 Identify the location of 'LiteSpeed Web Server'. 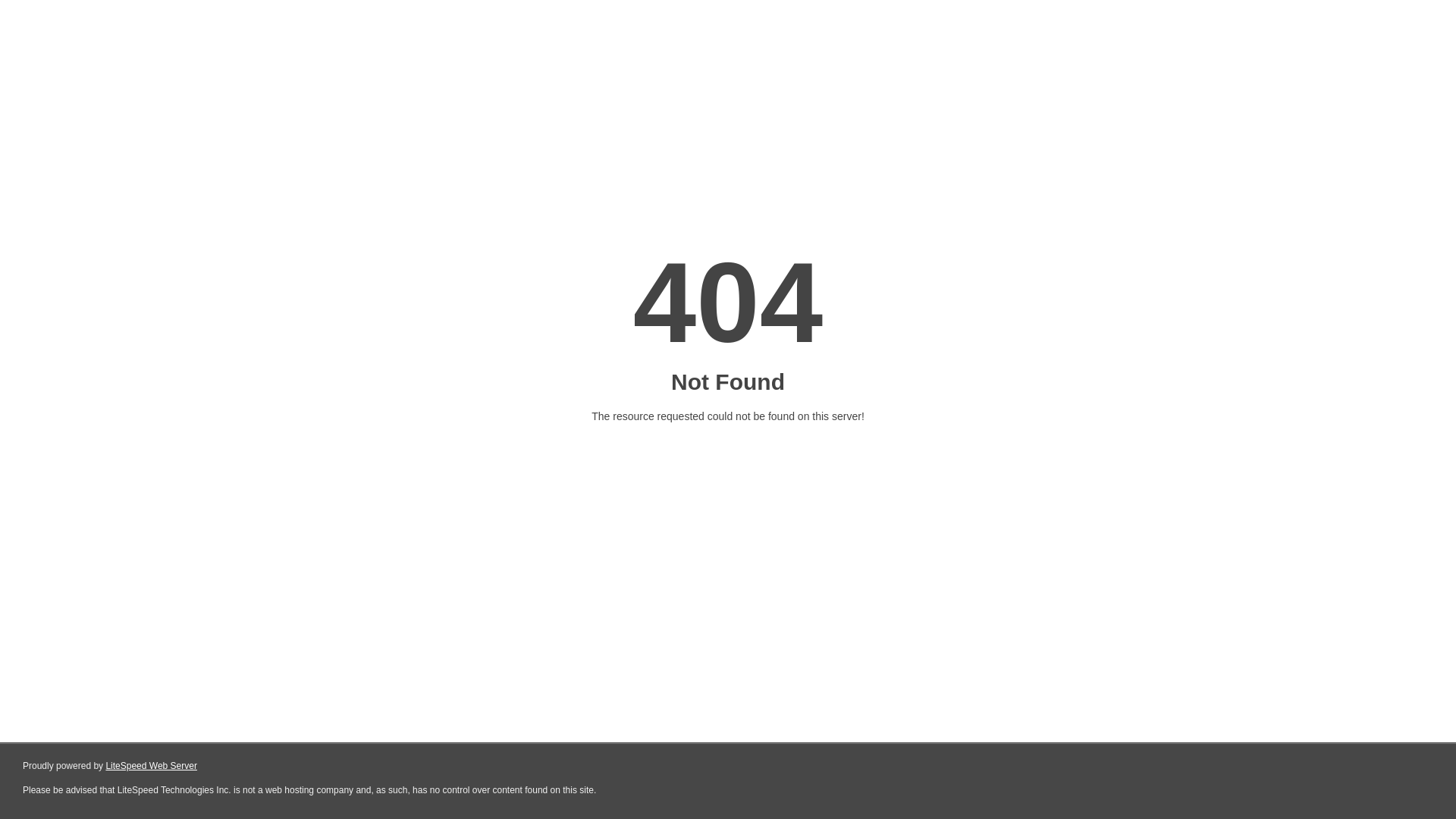
(151, 766).